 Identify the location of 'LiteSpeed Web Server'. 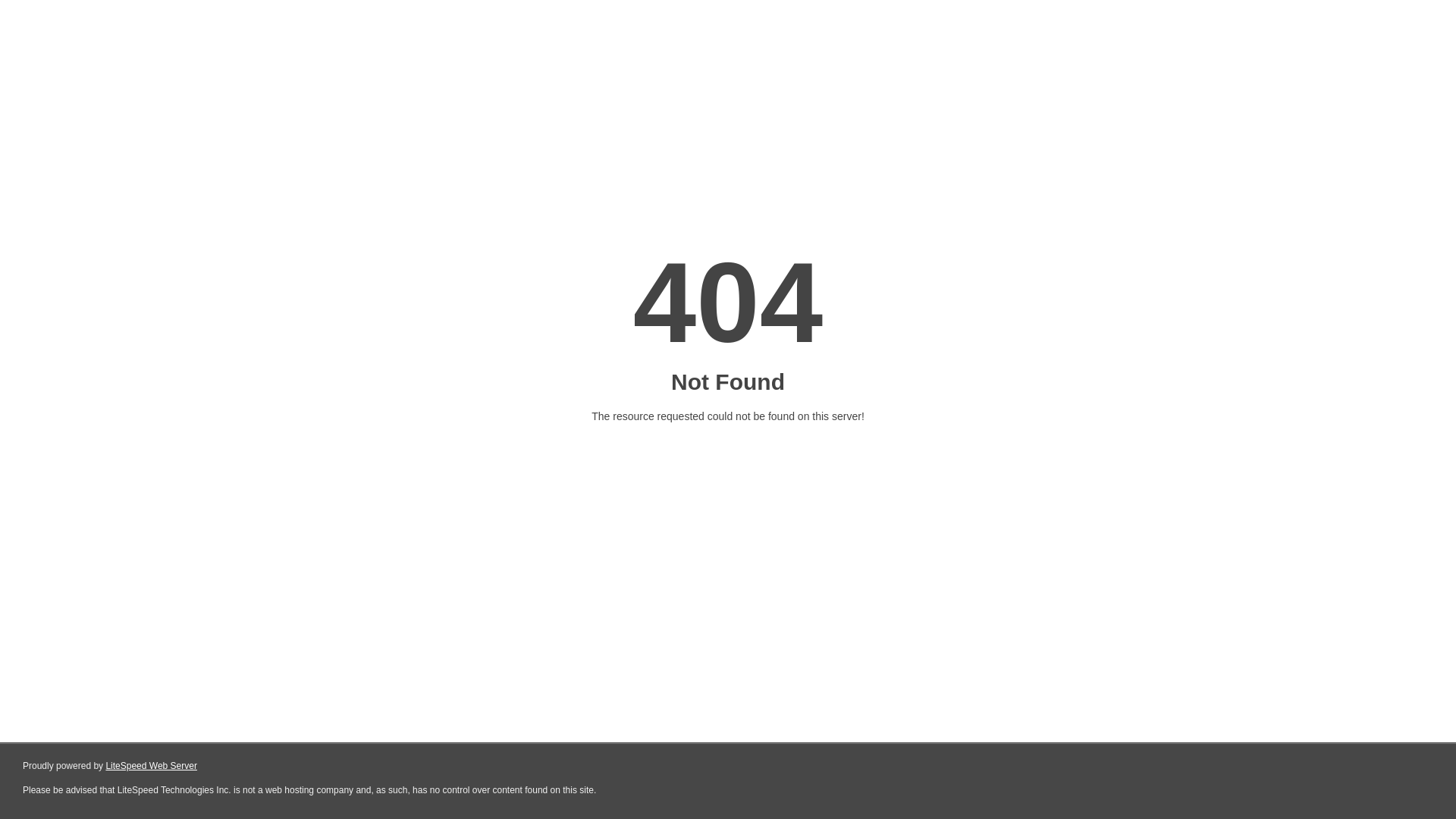
(151, 766).